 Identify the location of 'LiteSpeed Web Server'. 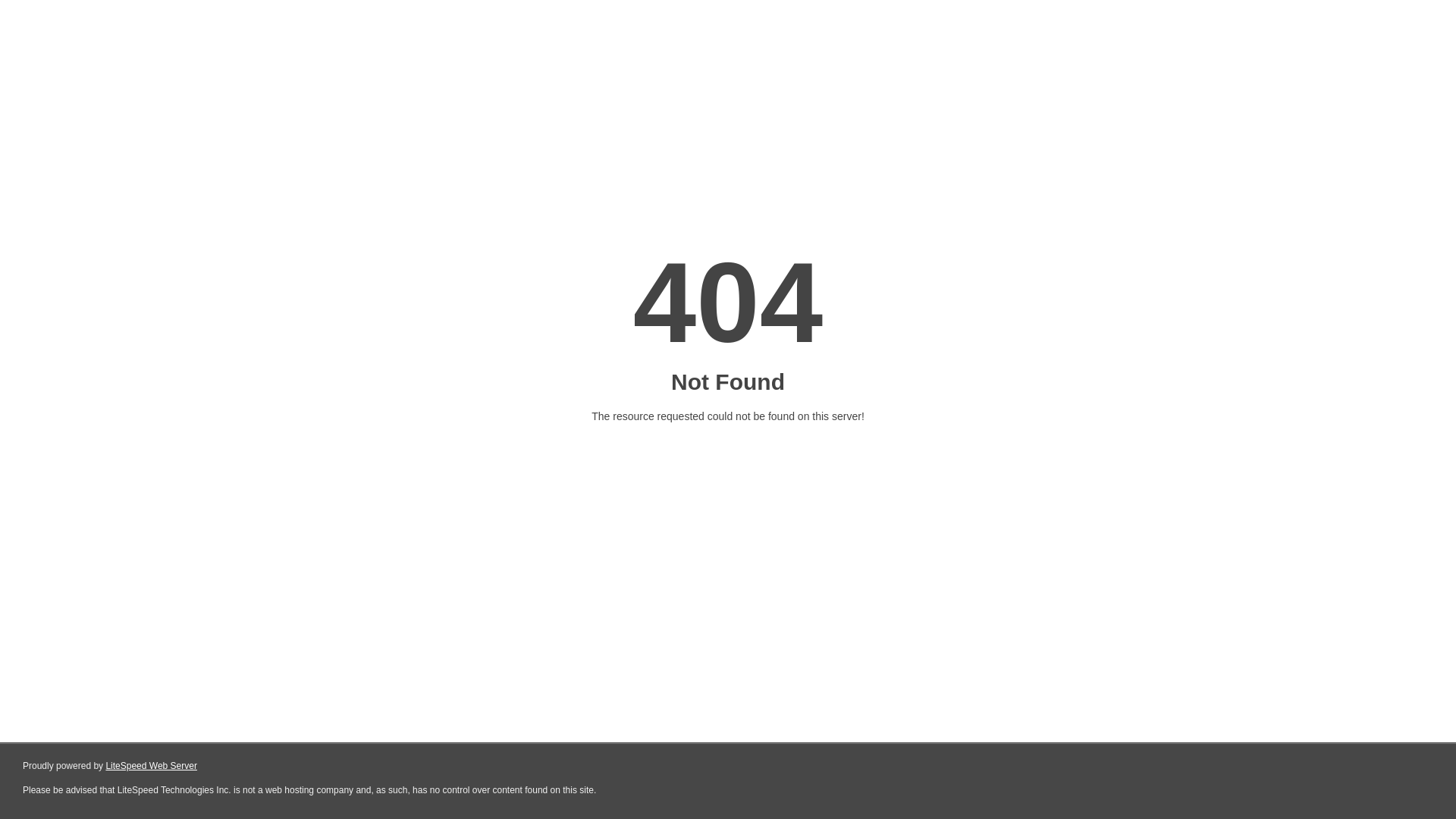
(151, 766).